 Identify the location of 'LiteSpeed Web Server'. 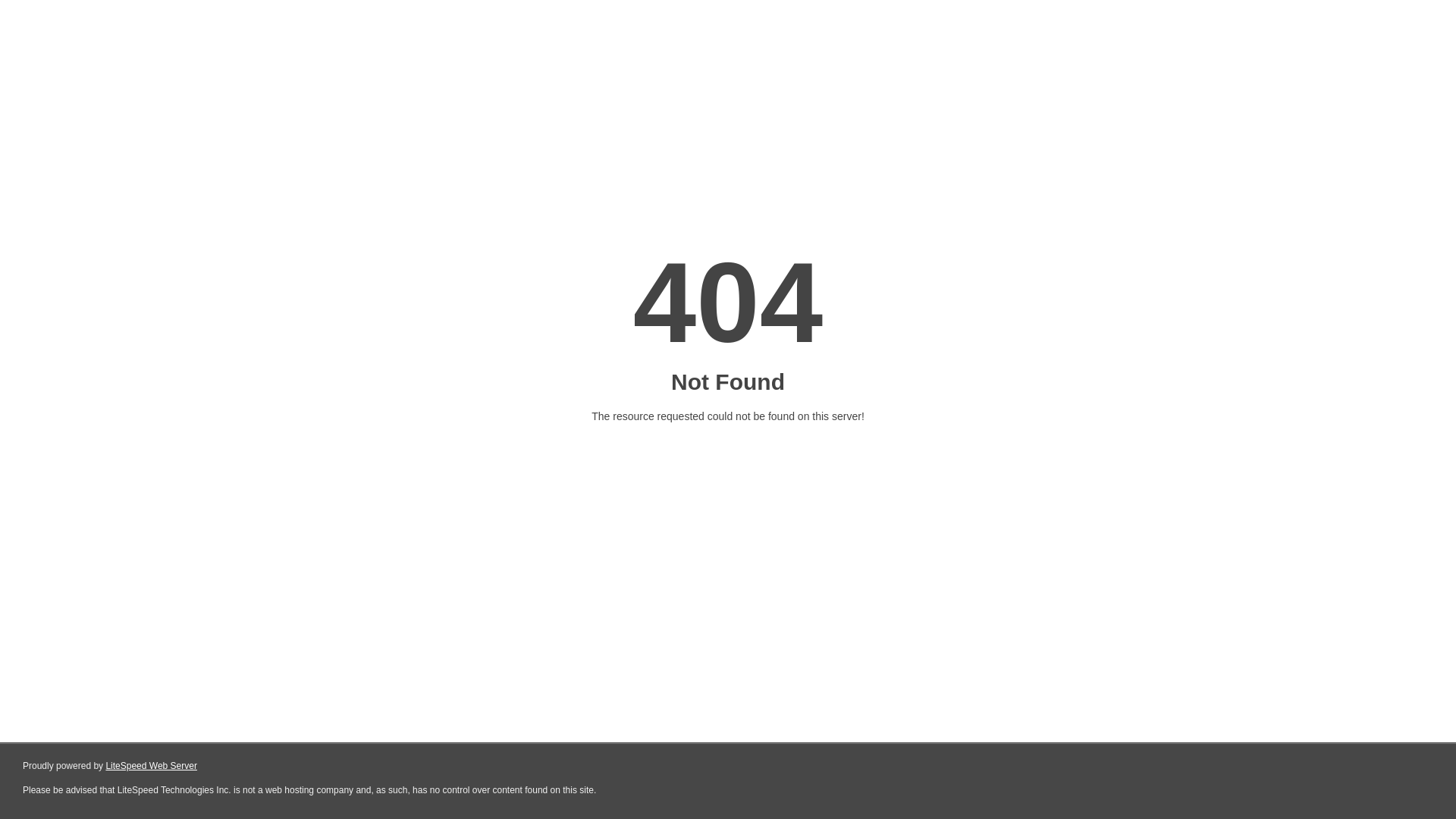
(151, 766).